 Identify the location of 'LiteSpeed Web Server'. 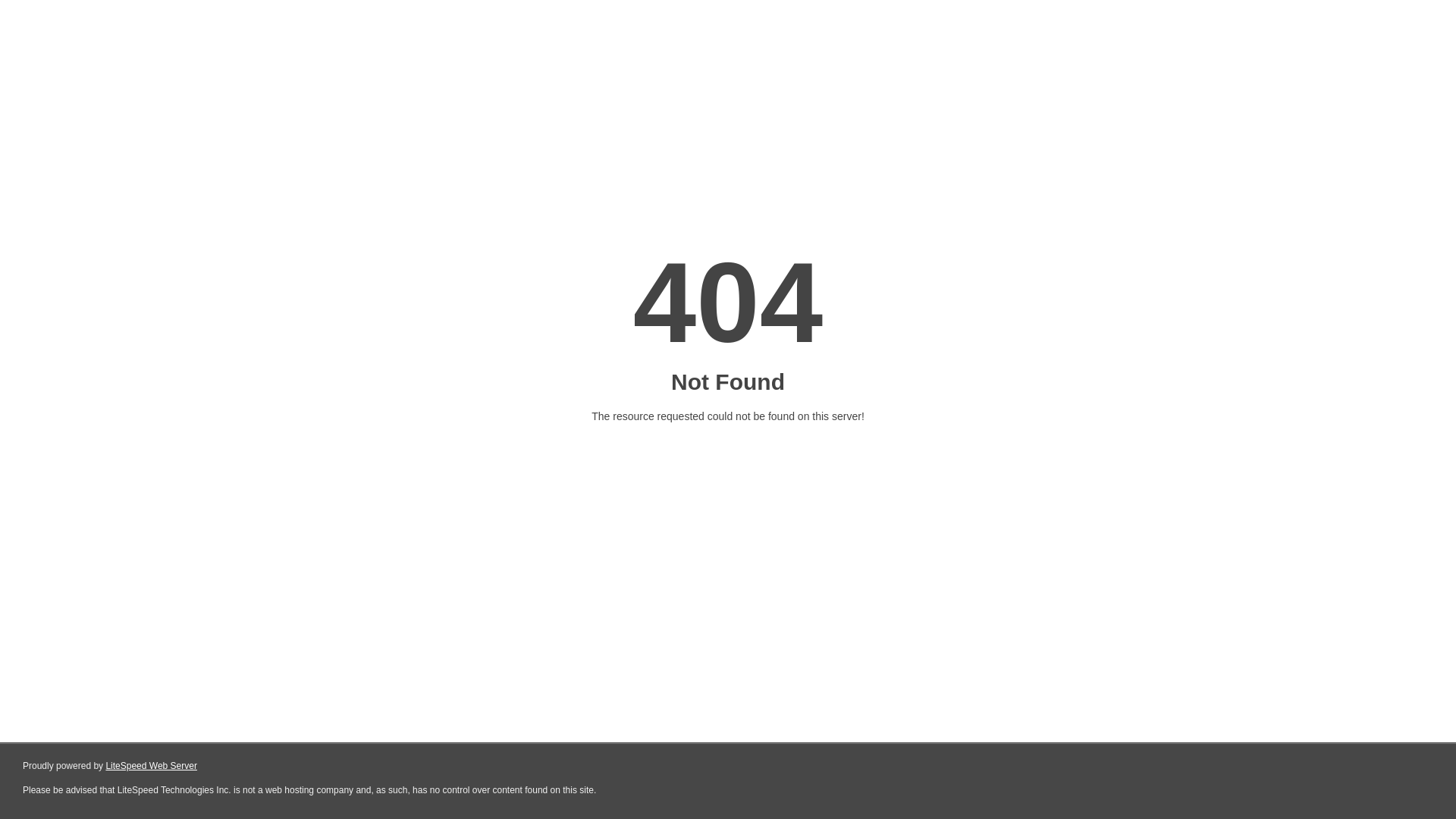
(151, 766).